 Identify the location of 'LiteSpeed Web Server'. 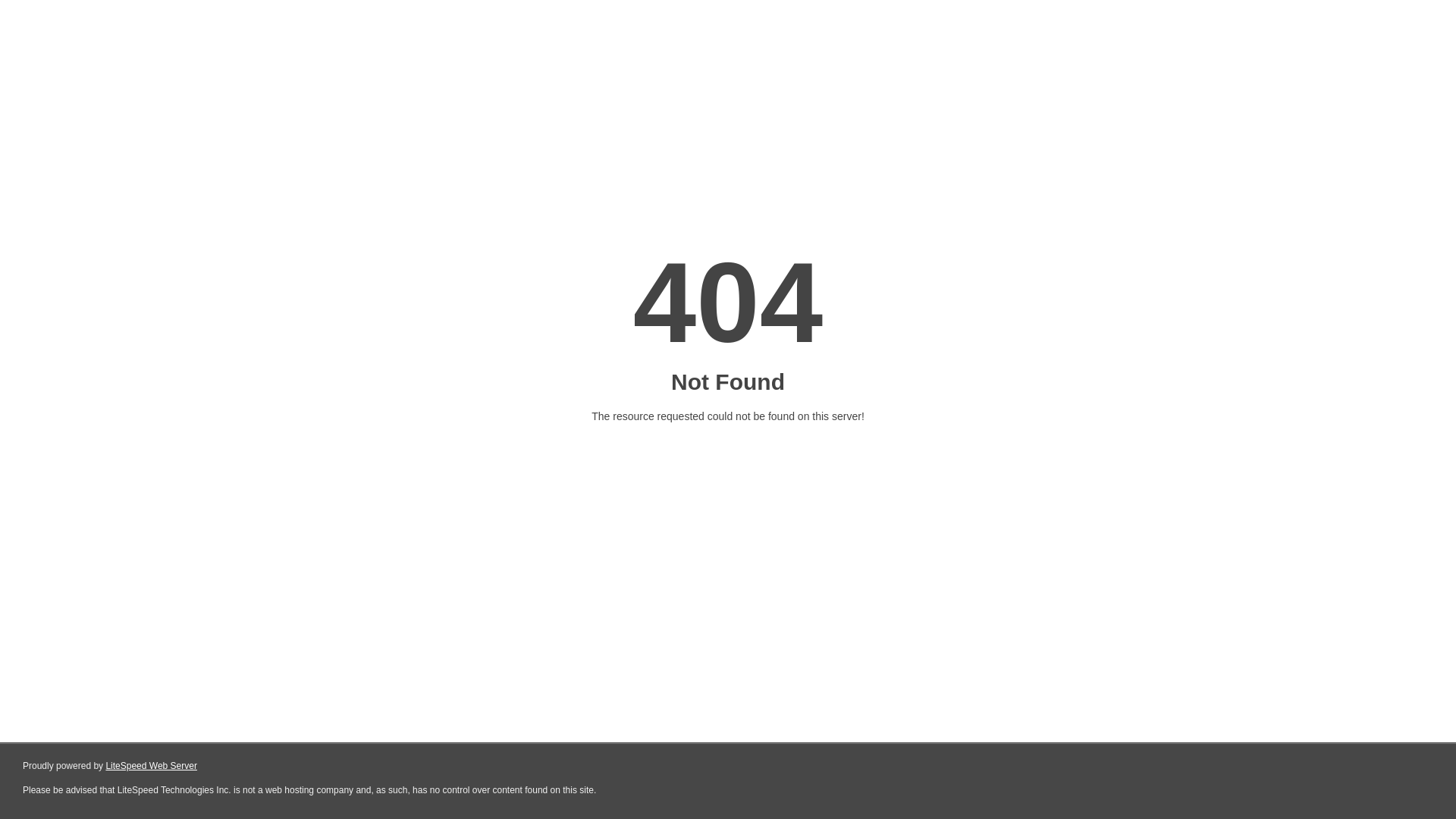
(151, 766).